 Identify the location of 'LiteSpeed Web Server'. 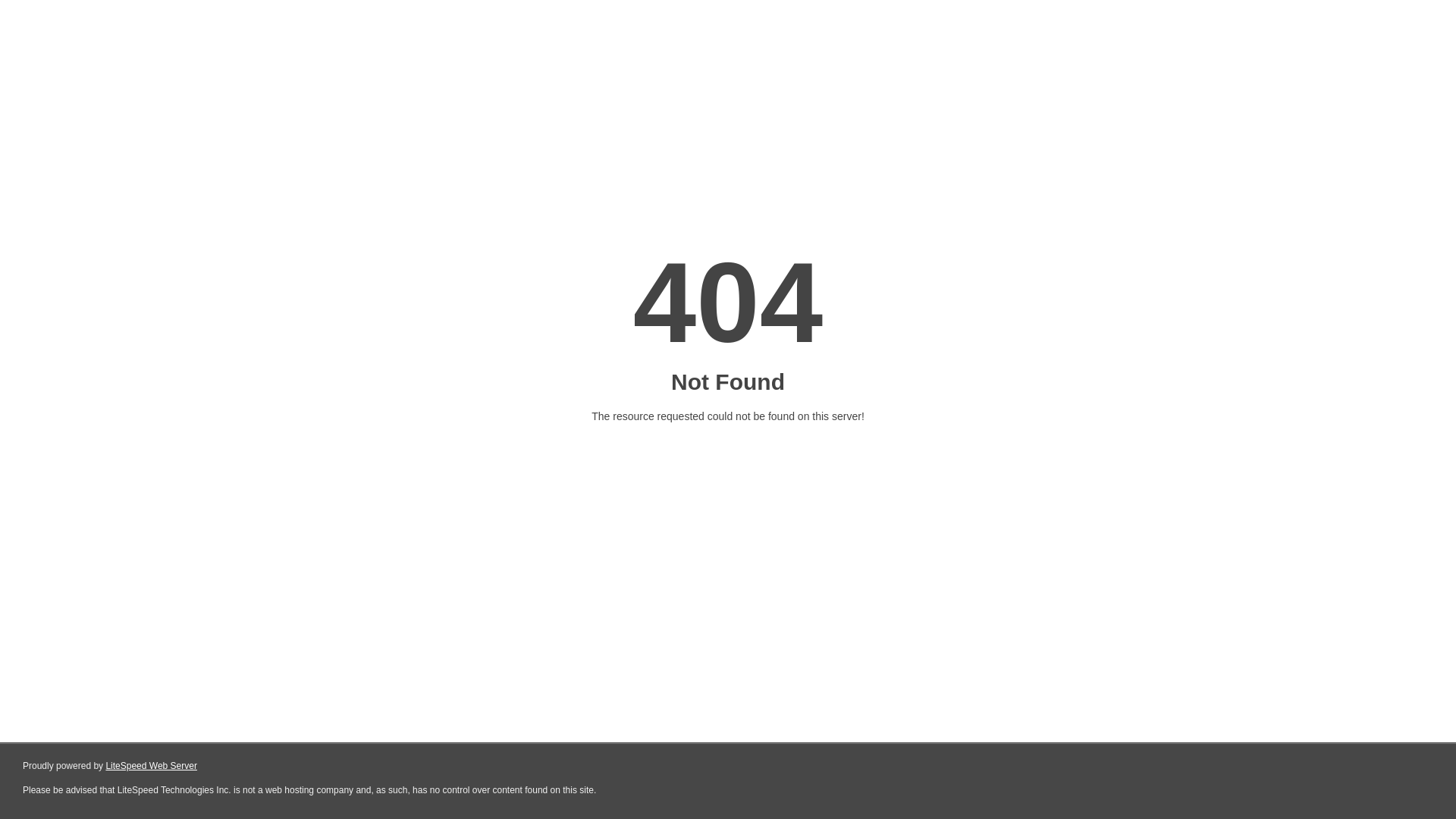
(151, 766).